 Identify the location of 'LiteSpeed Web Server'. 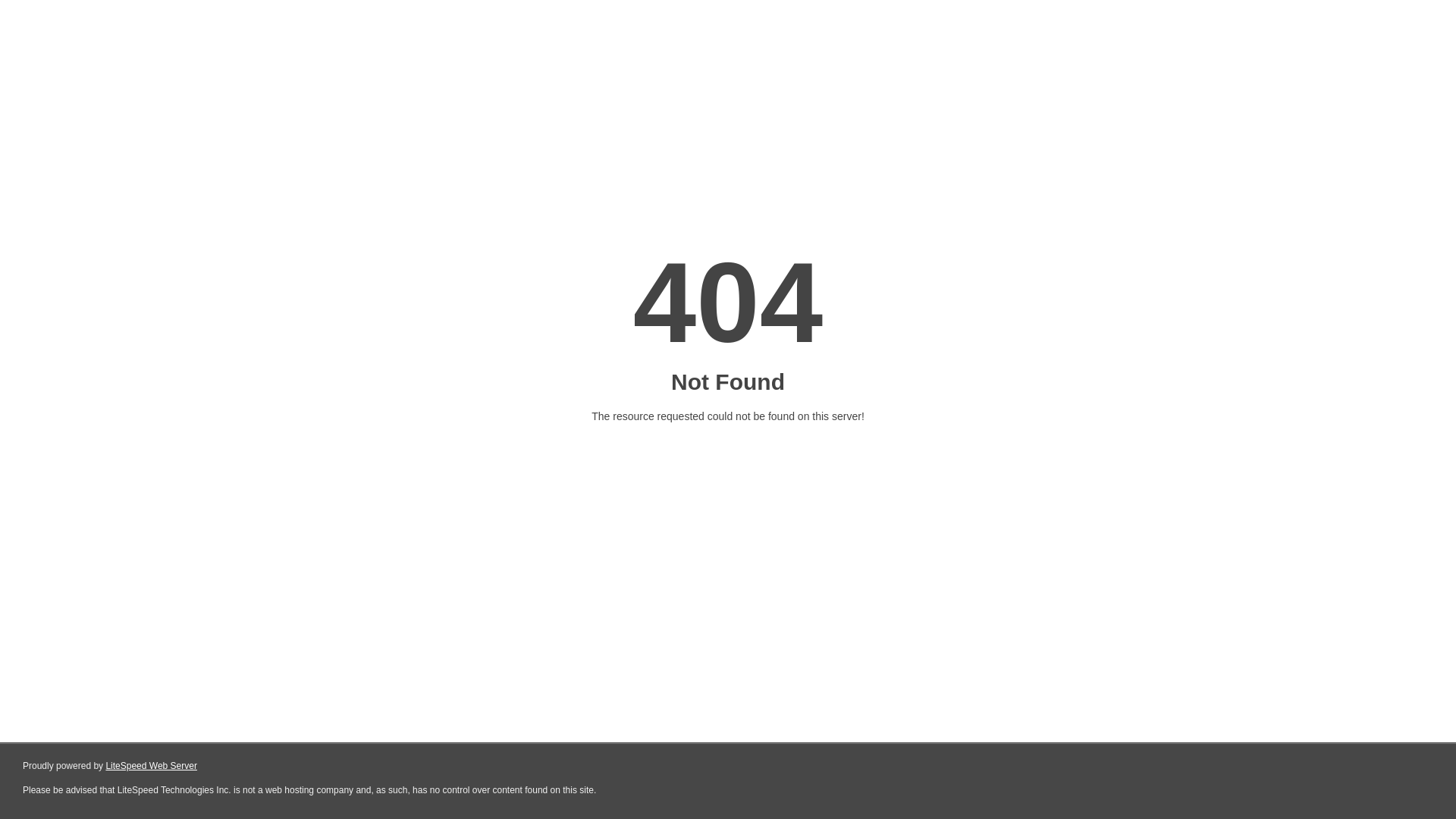
(151, 766).